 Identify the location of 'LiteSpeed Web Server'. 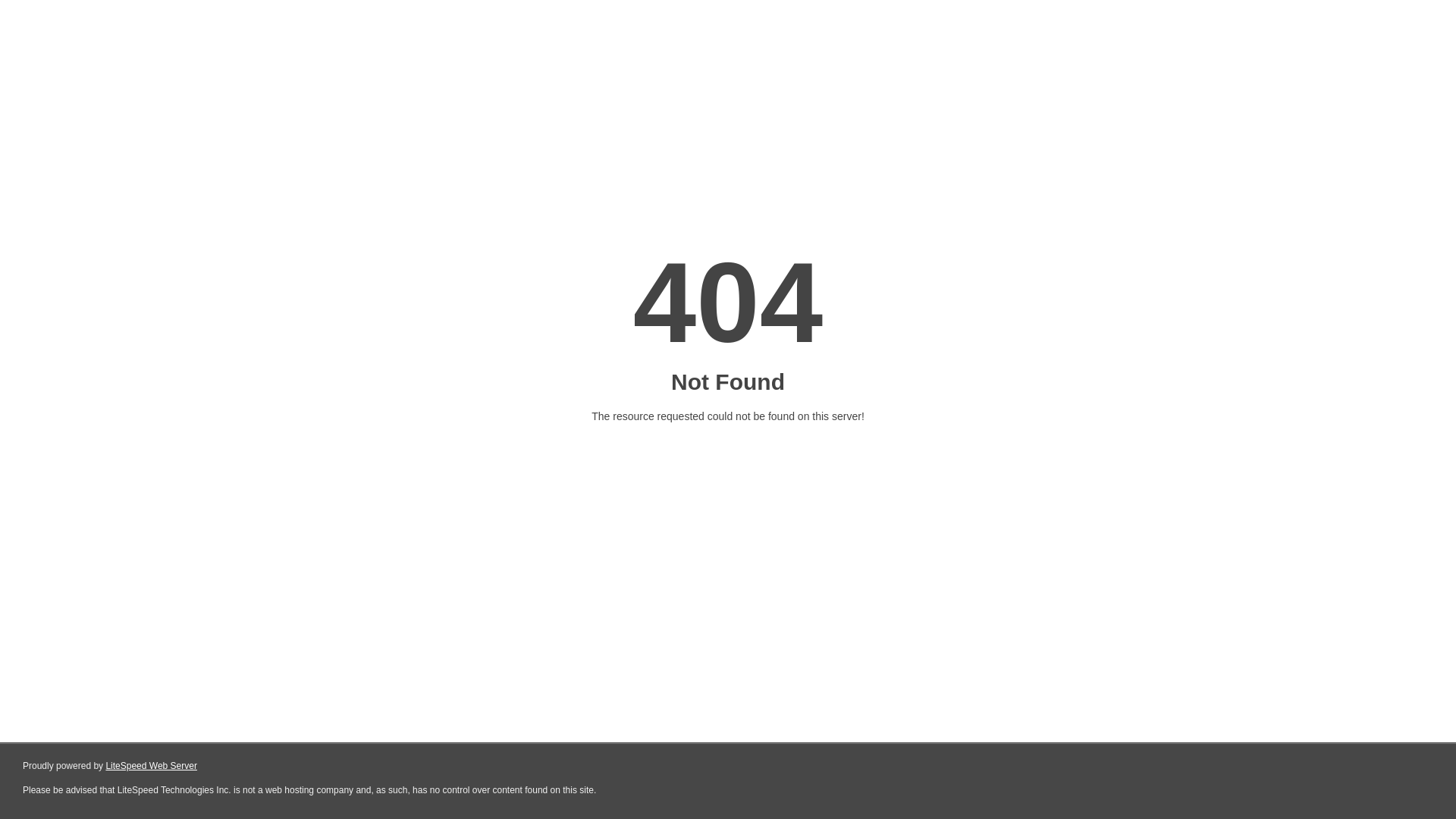
(151, 766).